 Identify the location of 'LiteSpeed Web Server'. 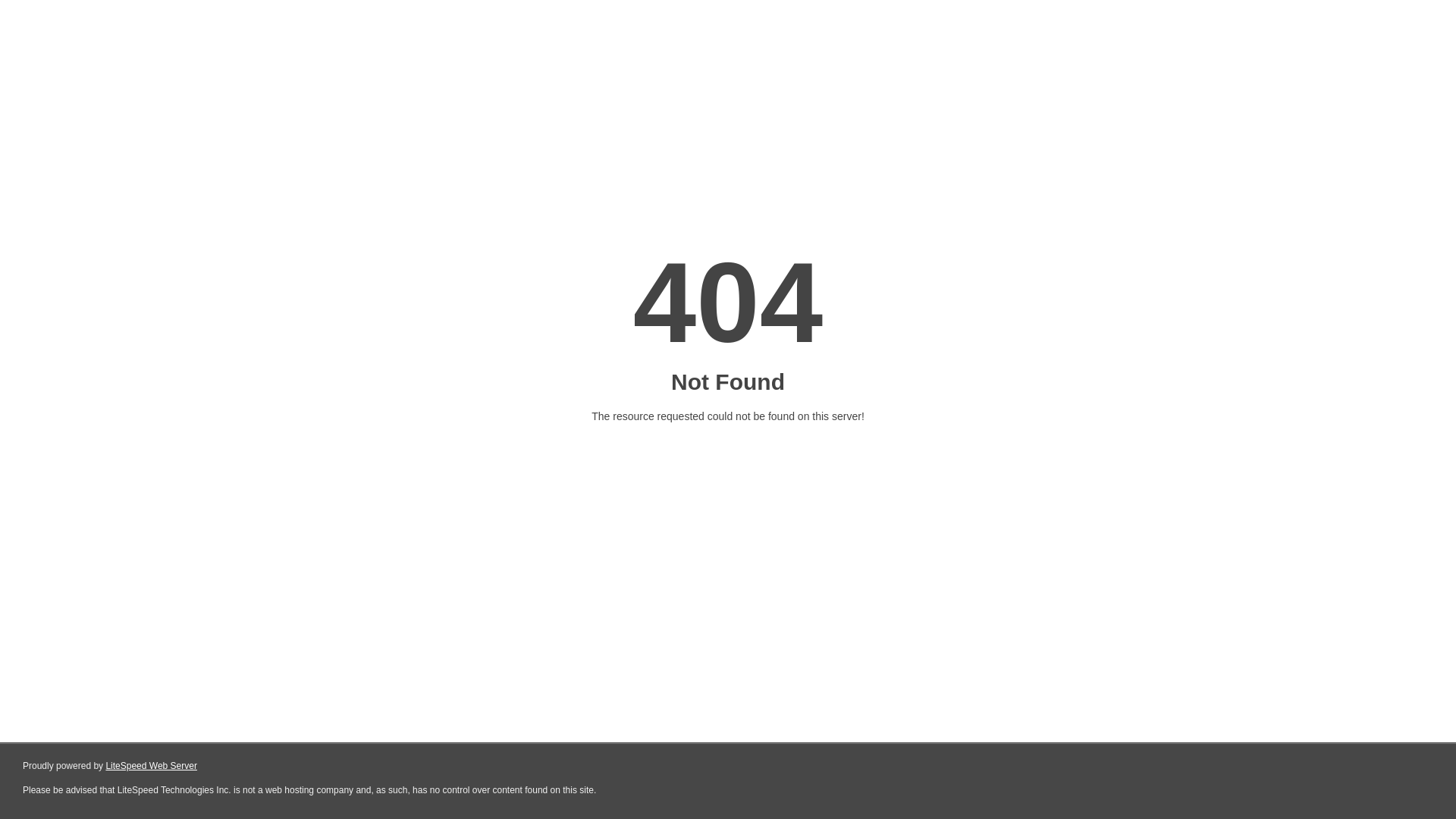
(151, 766).